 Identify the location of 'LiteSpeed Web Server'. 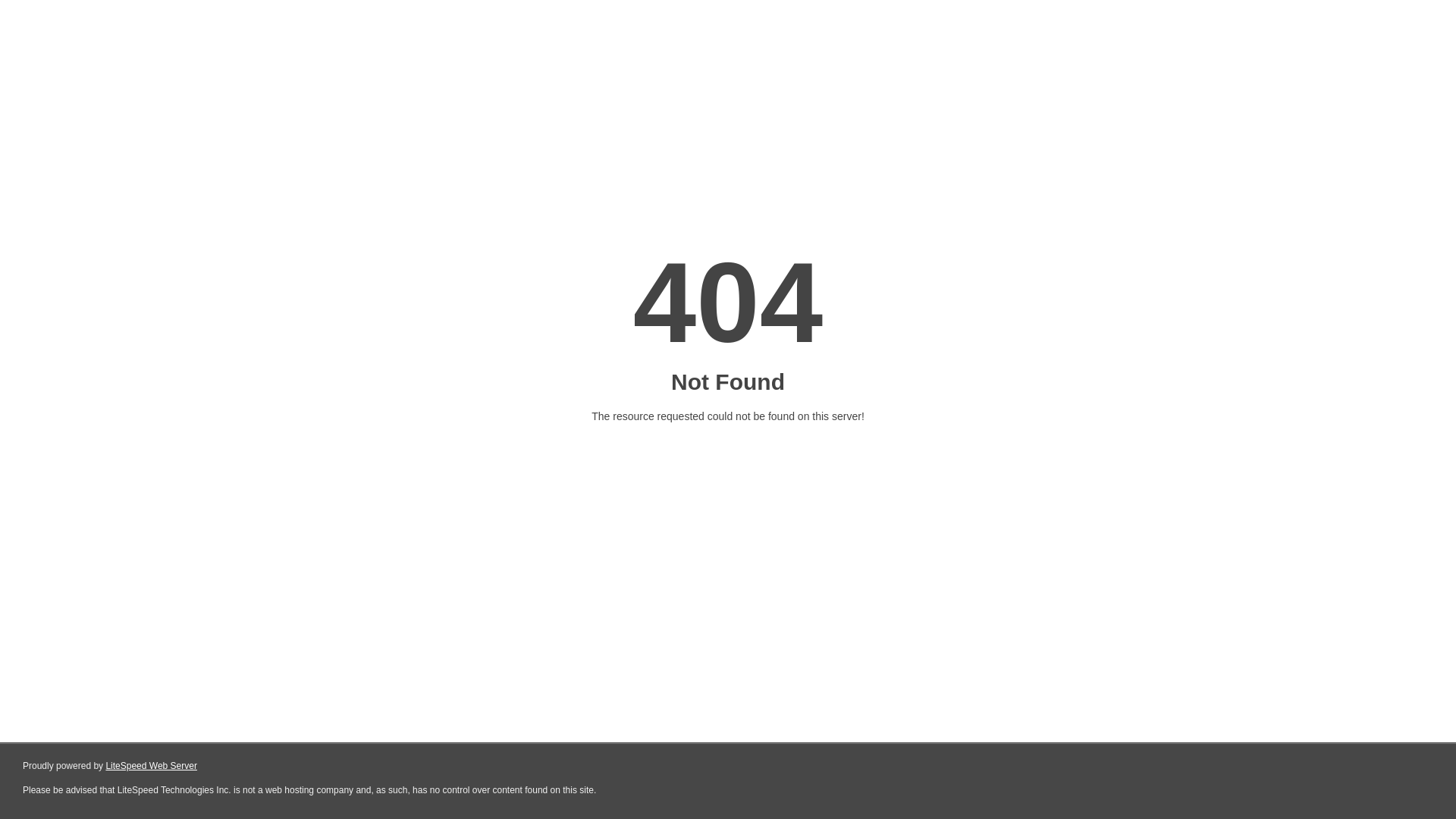
(151, 766).